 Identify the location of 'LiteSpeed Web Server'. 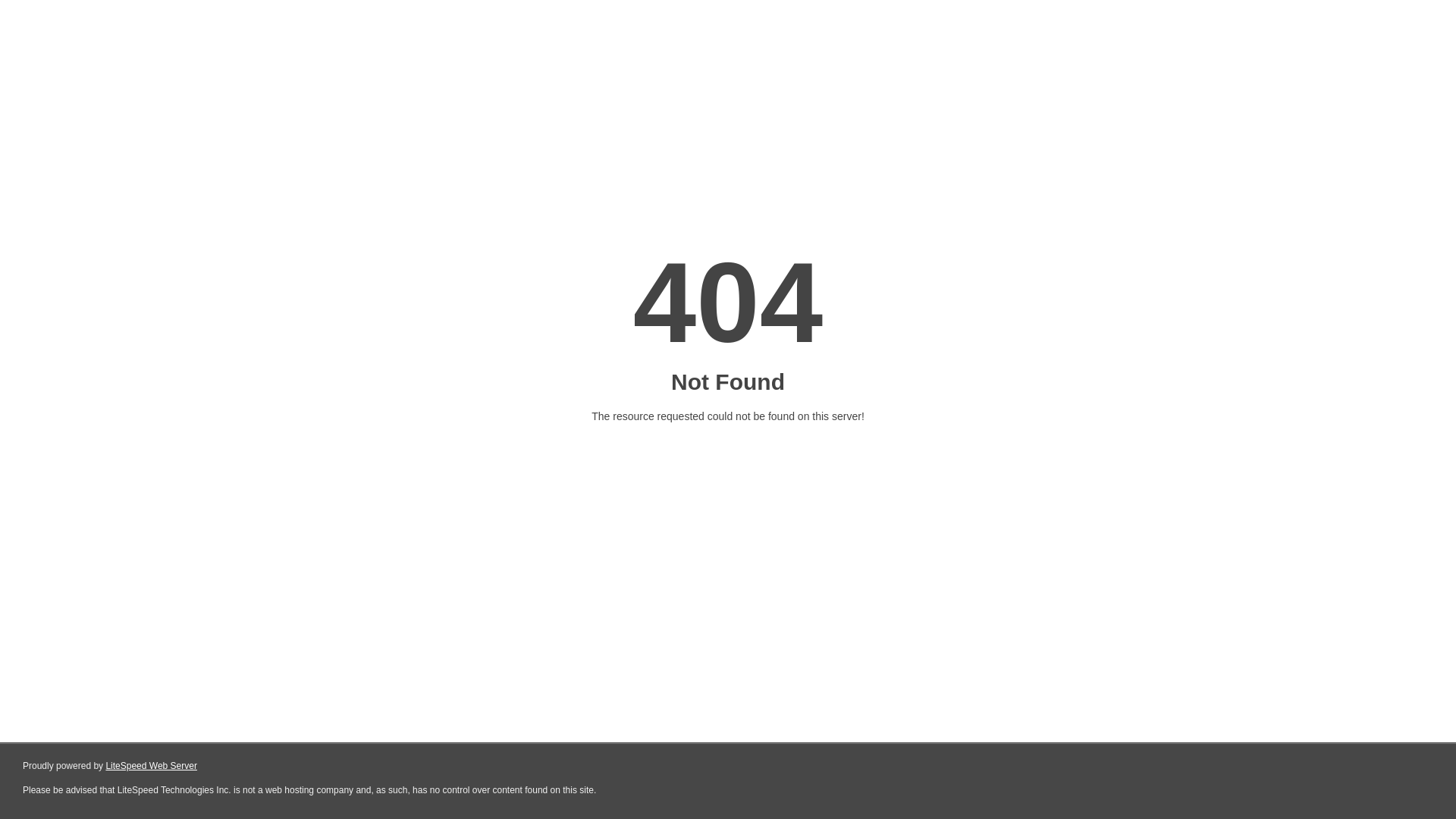
(151, 766).